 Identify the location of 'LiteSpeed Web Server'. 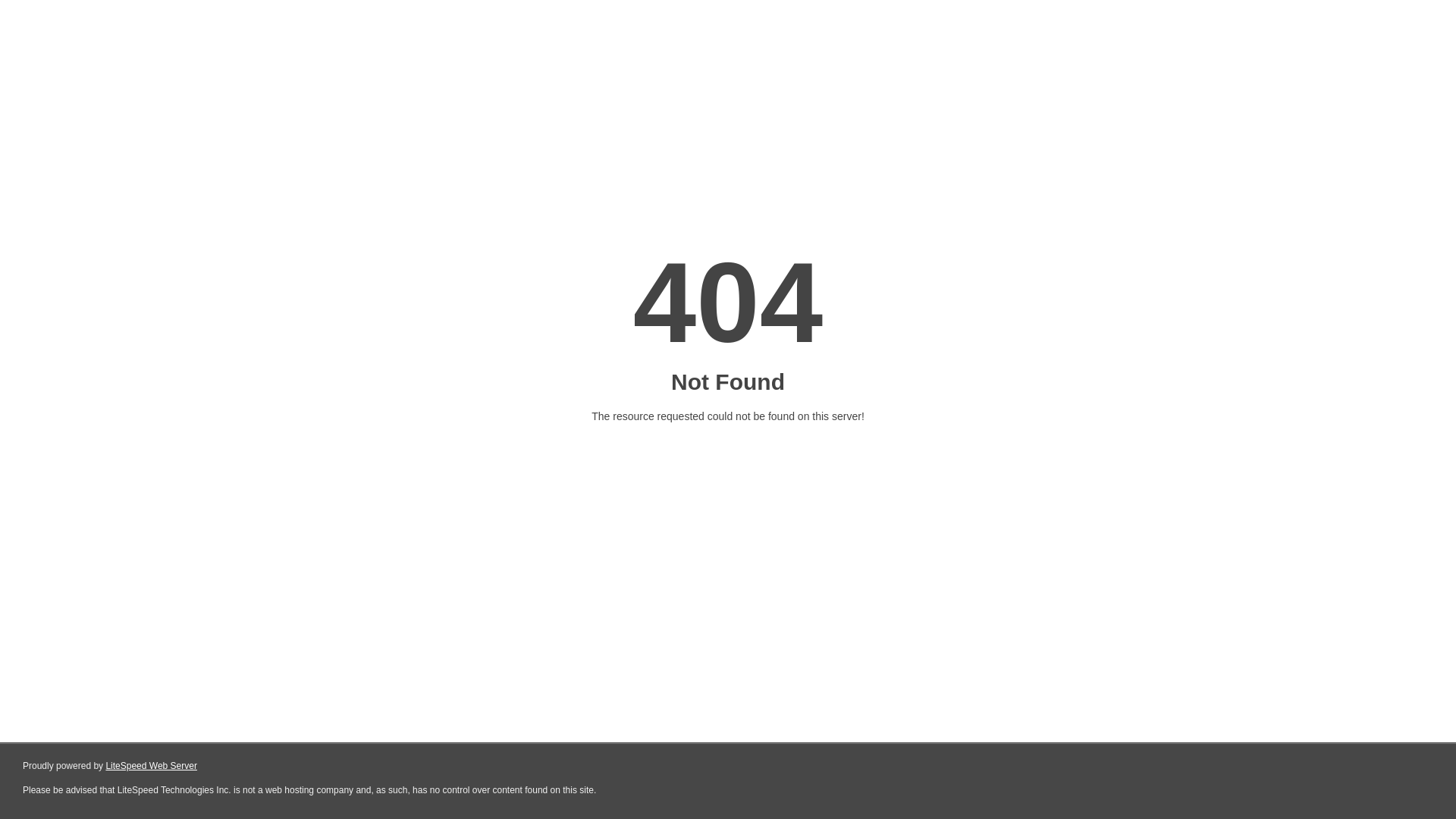
(151, 766).